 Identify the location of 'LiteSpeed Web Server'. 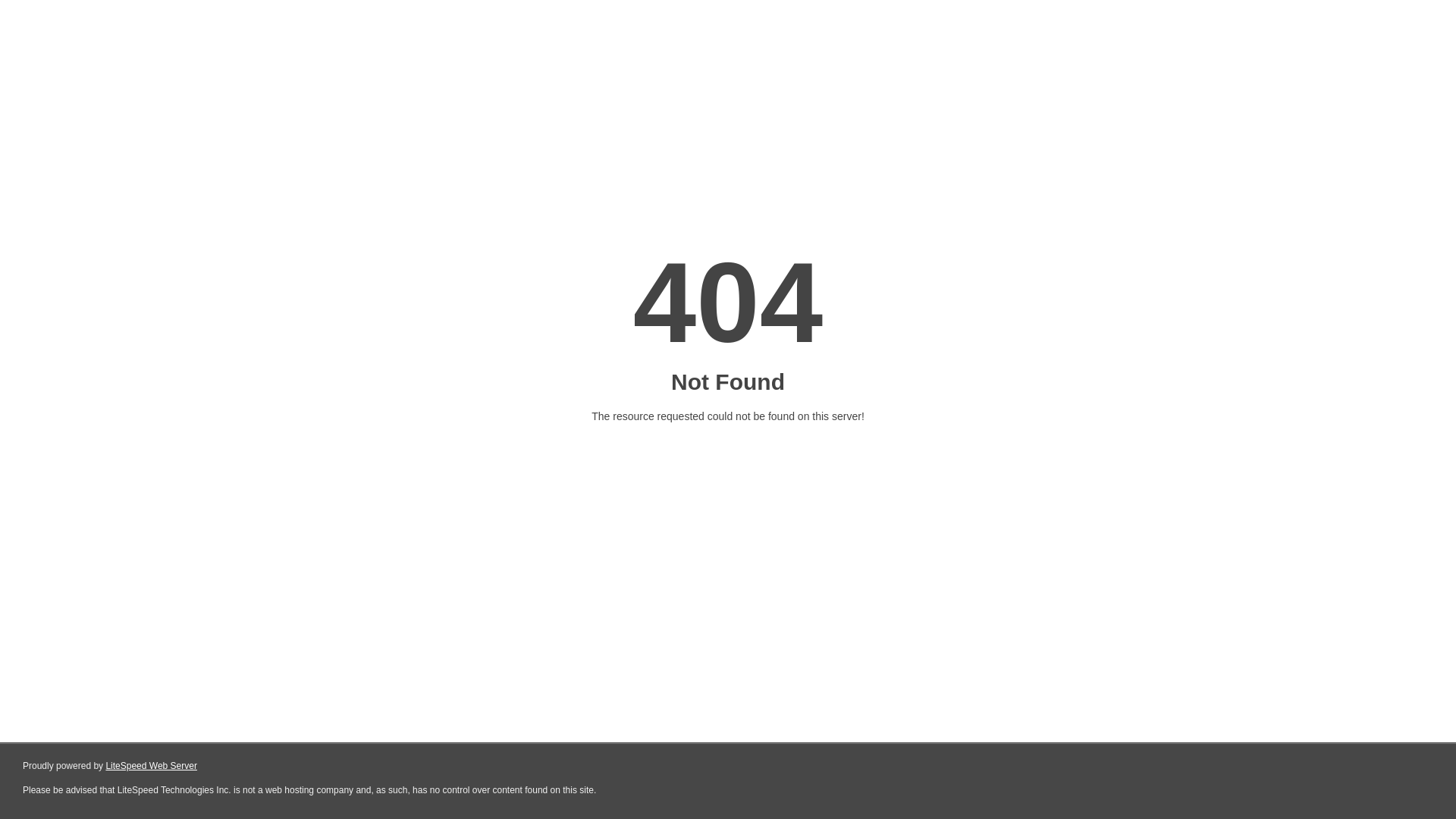
(151, 766).